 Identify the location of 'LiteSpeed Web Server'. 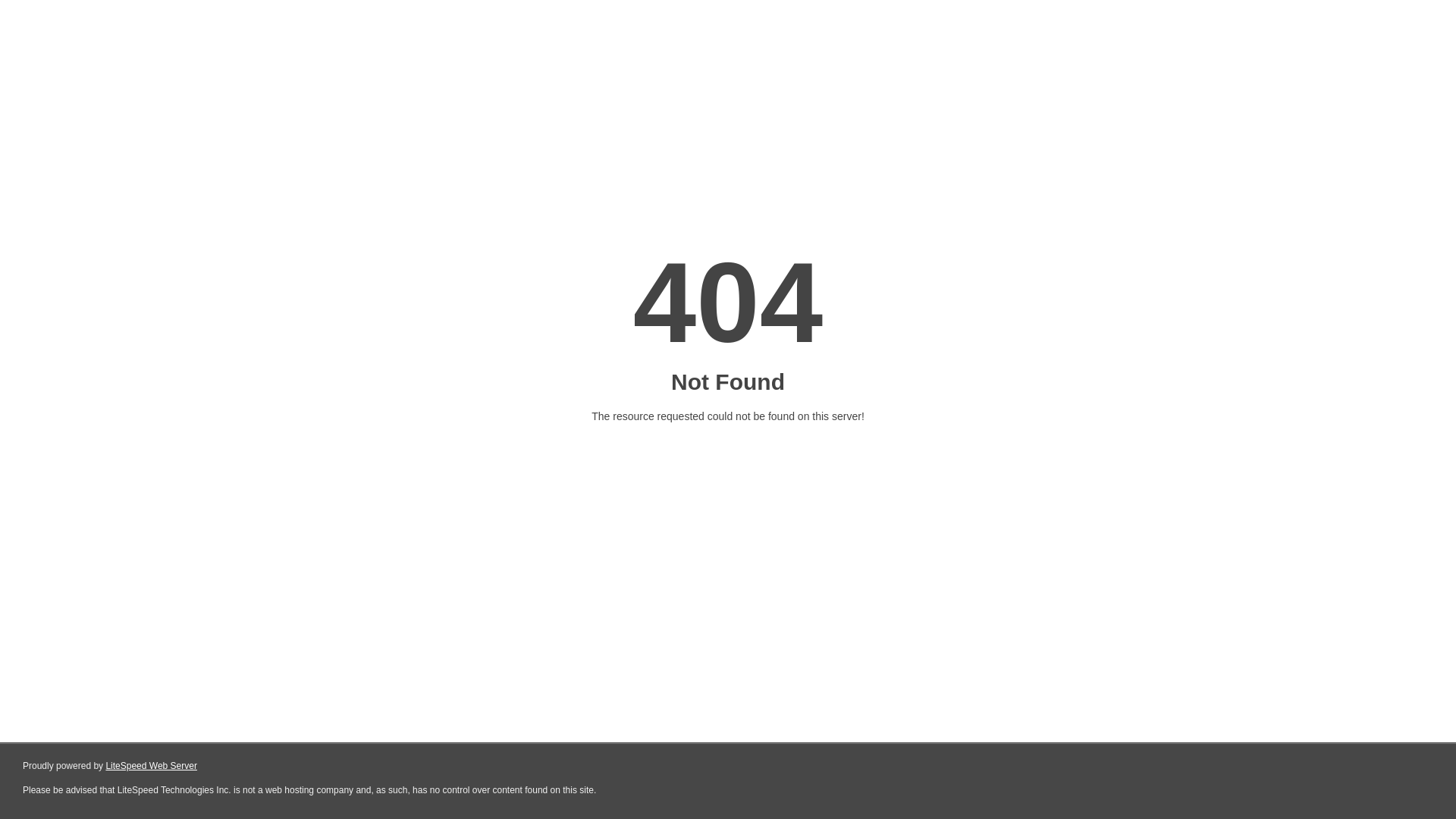
(151, 766).